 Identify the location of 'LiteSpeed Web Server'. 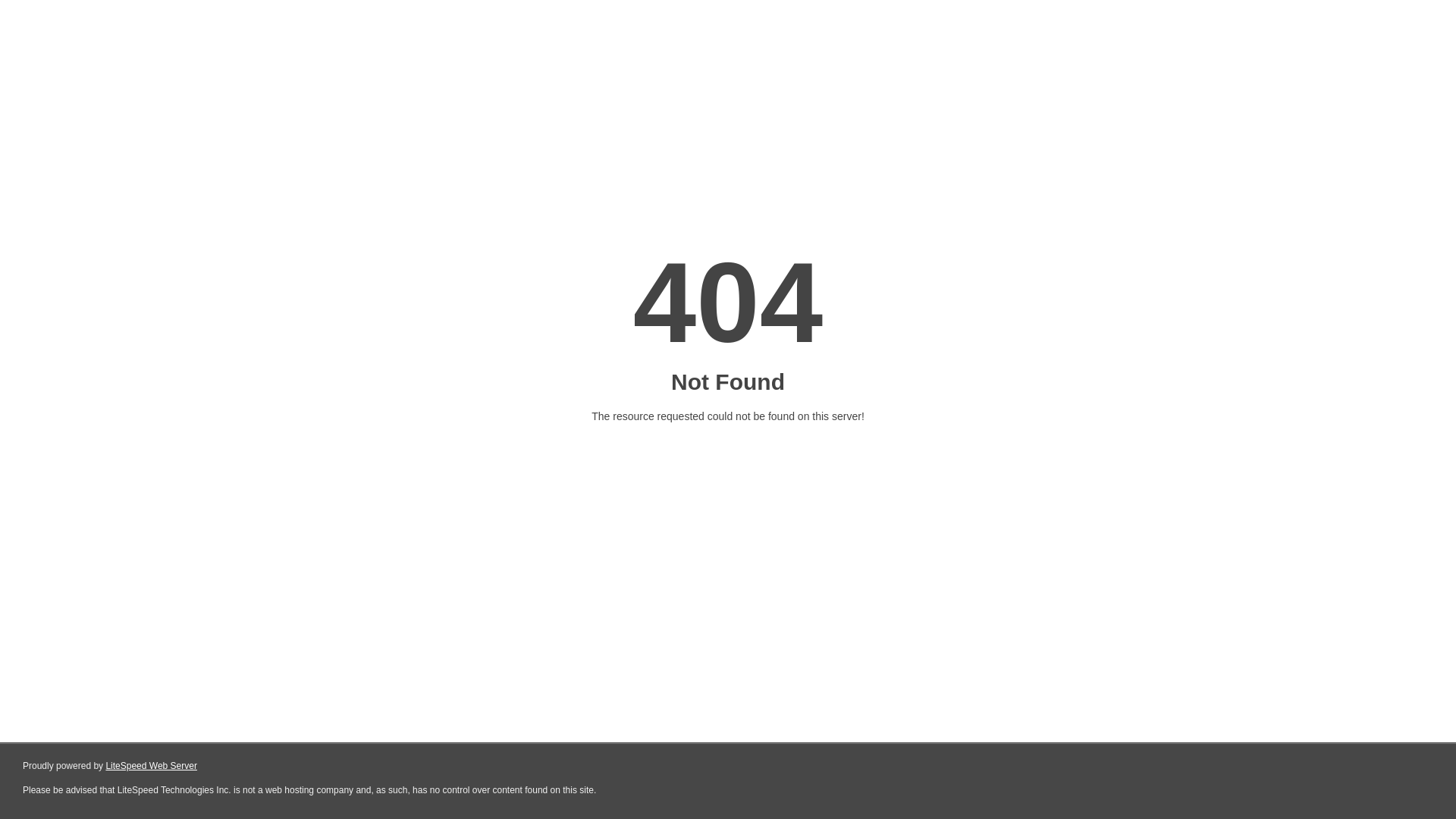
(151, 766).